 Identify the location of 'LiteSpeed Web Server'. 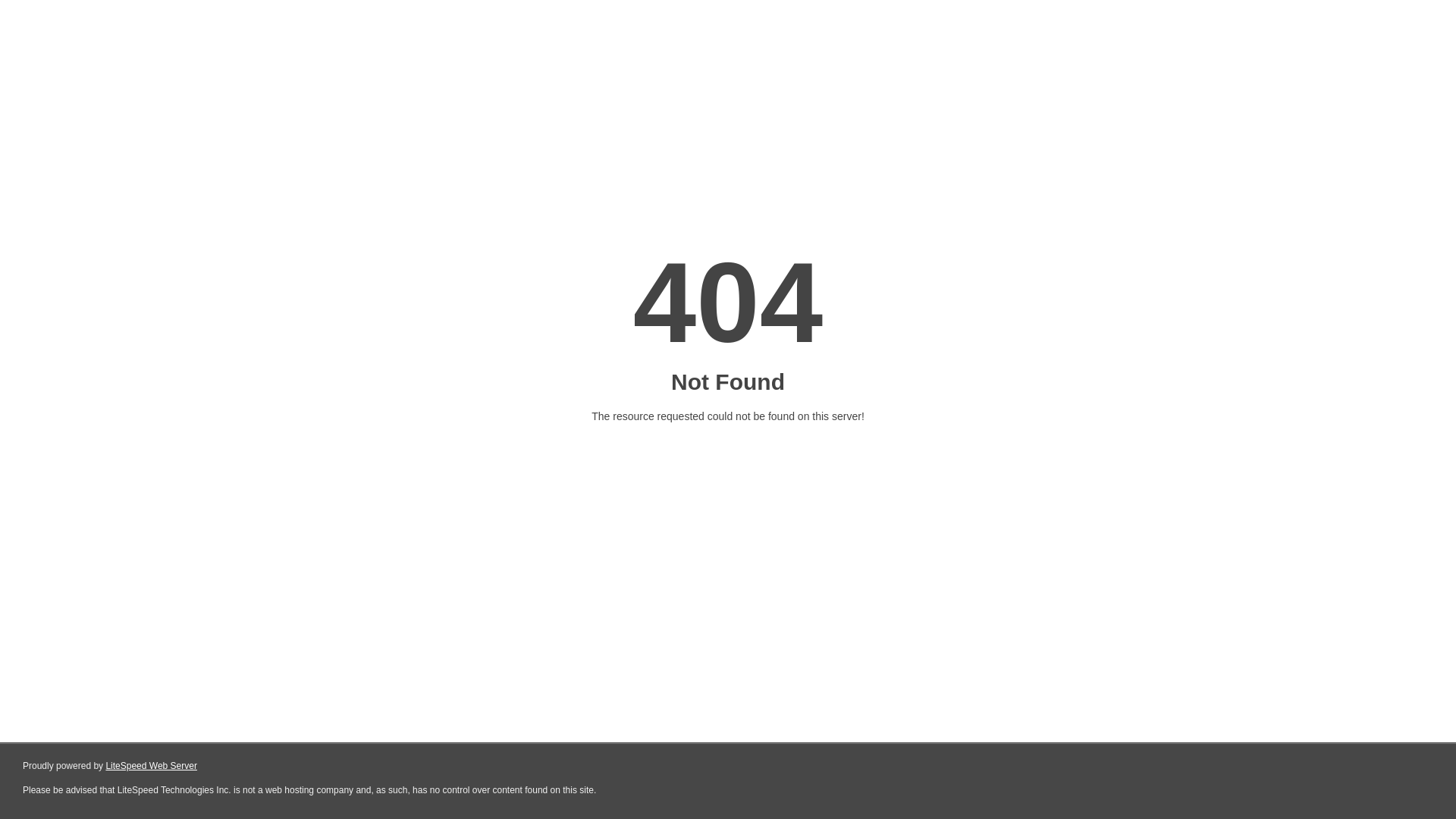
(151, 766).